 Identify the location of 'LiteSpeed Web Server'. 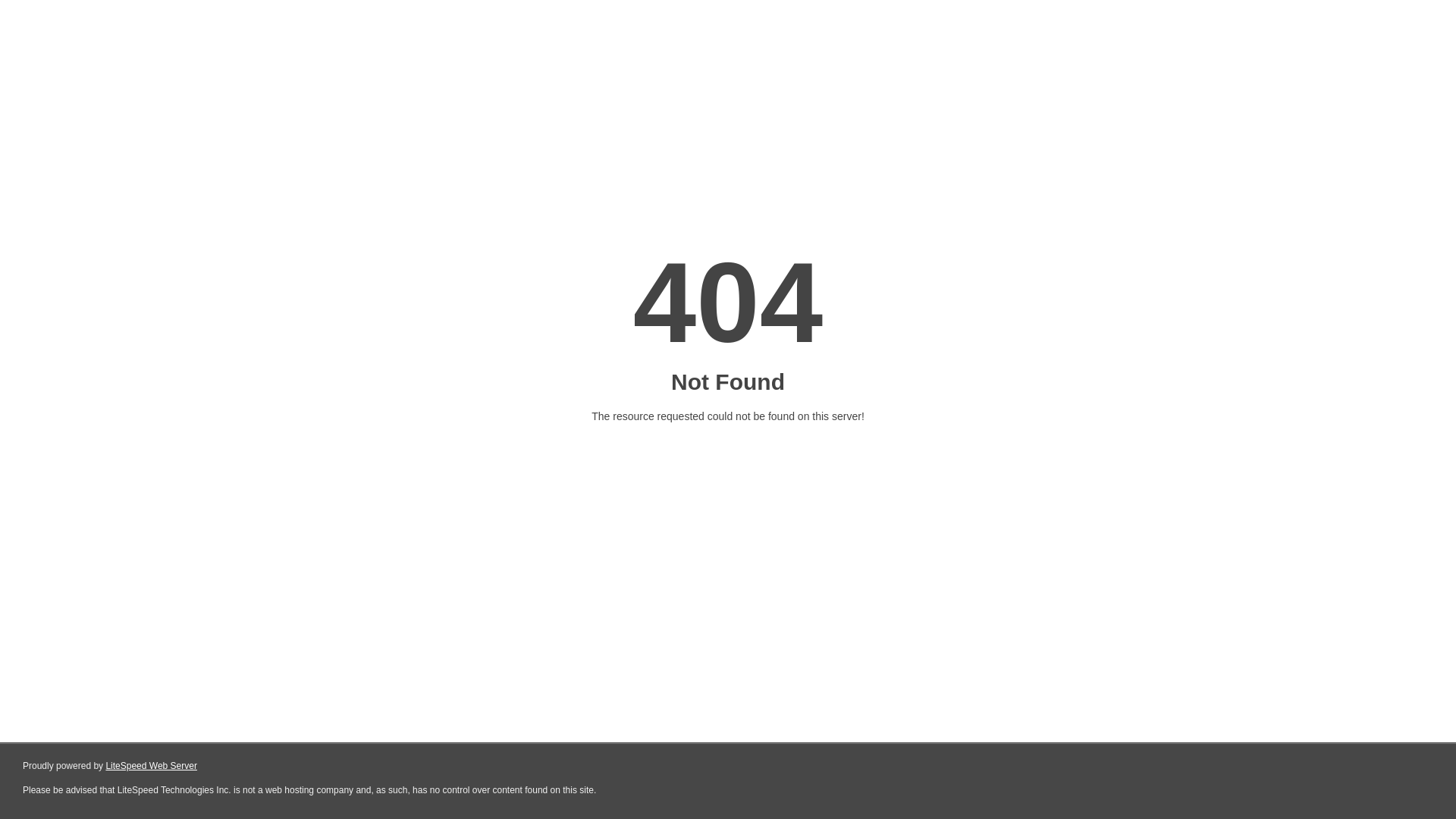
(151, 766).